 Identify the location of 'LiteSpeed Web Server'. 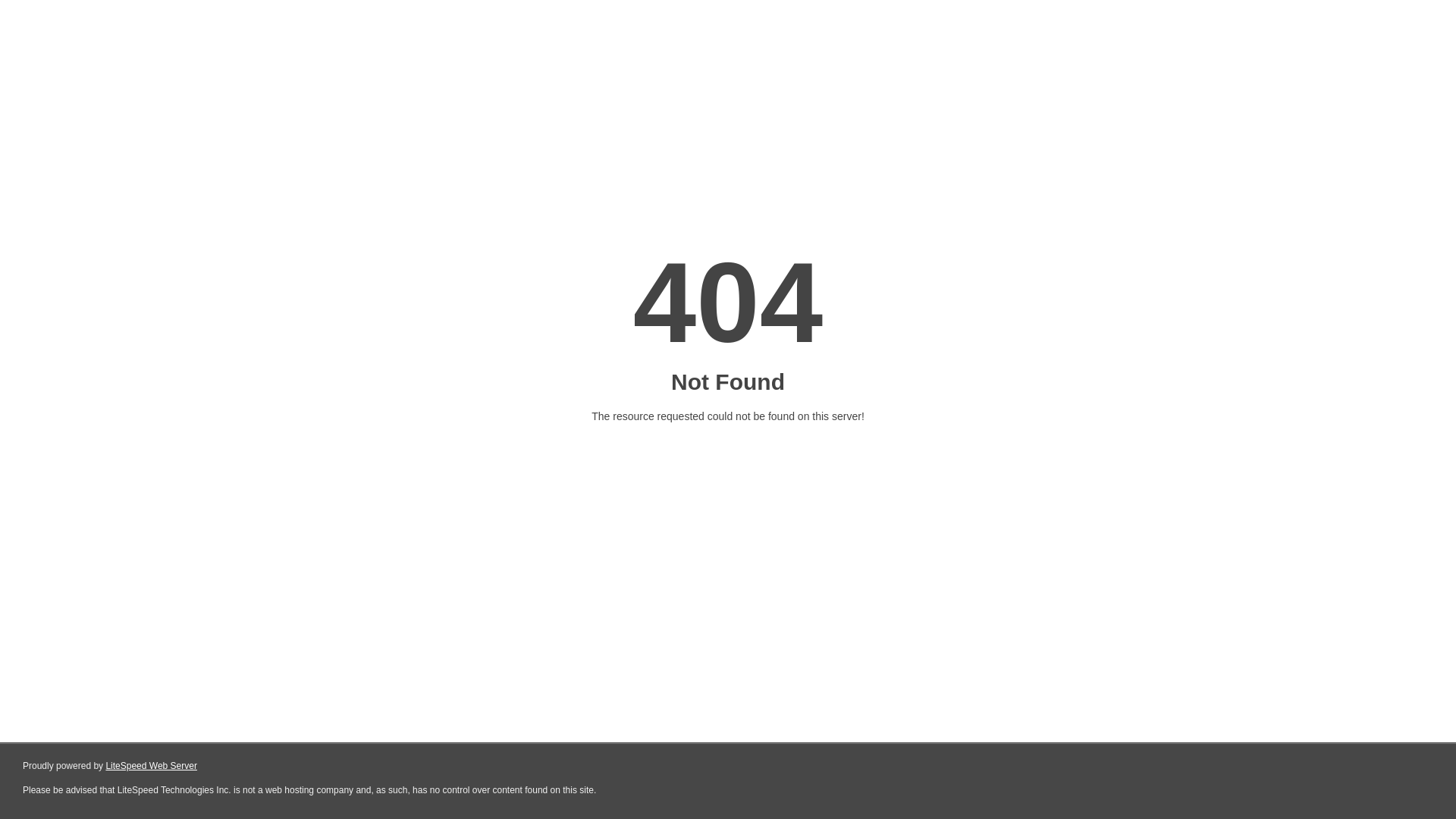
(151, 766).